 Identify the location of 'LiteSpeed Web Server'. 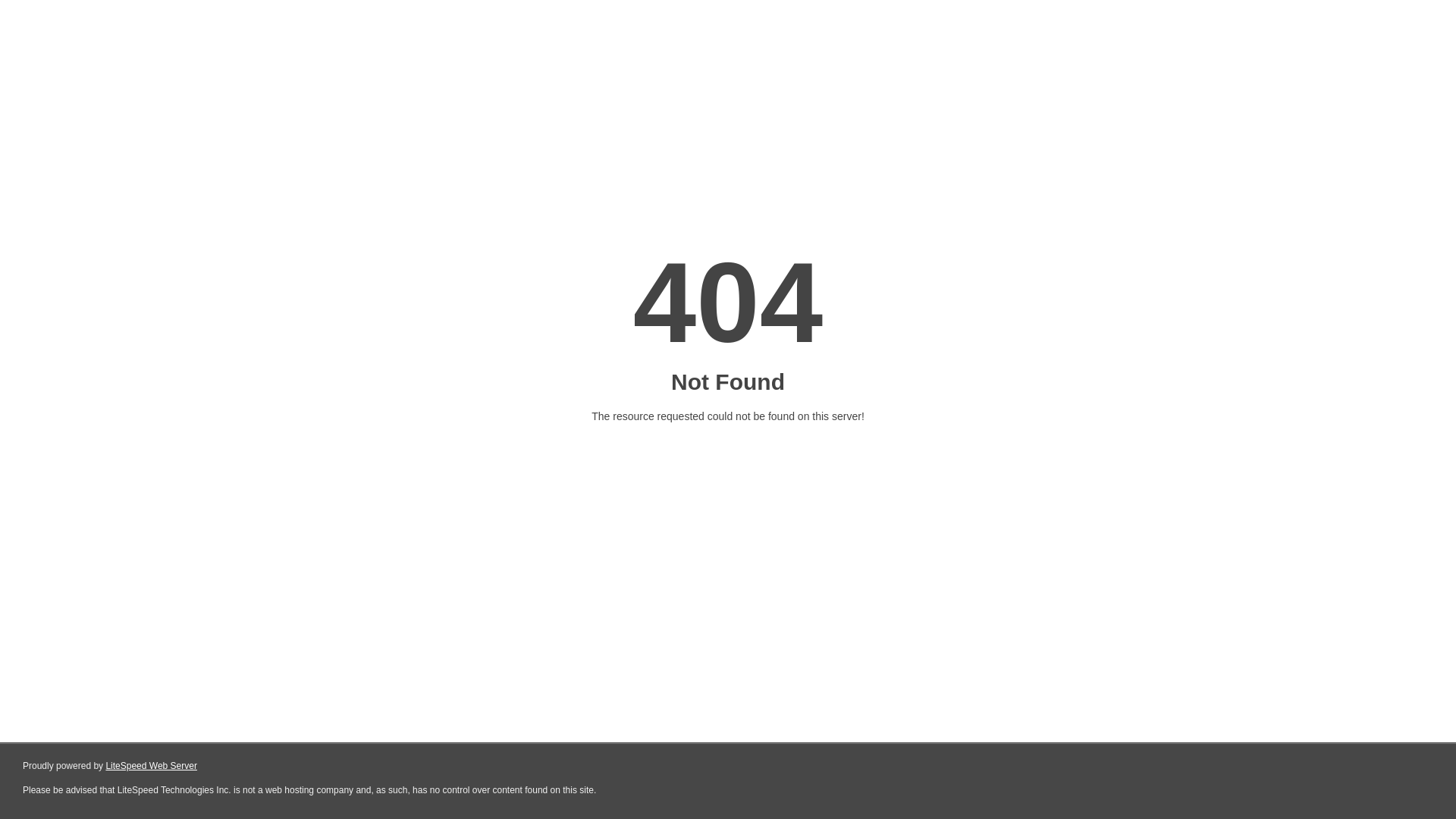
(151, 766).